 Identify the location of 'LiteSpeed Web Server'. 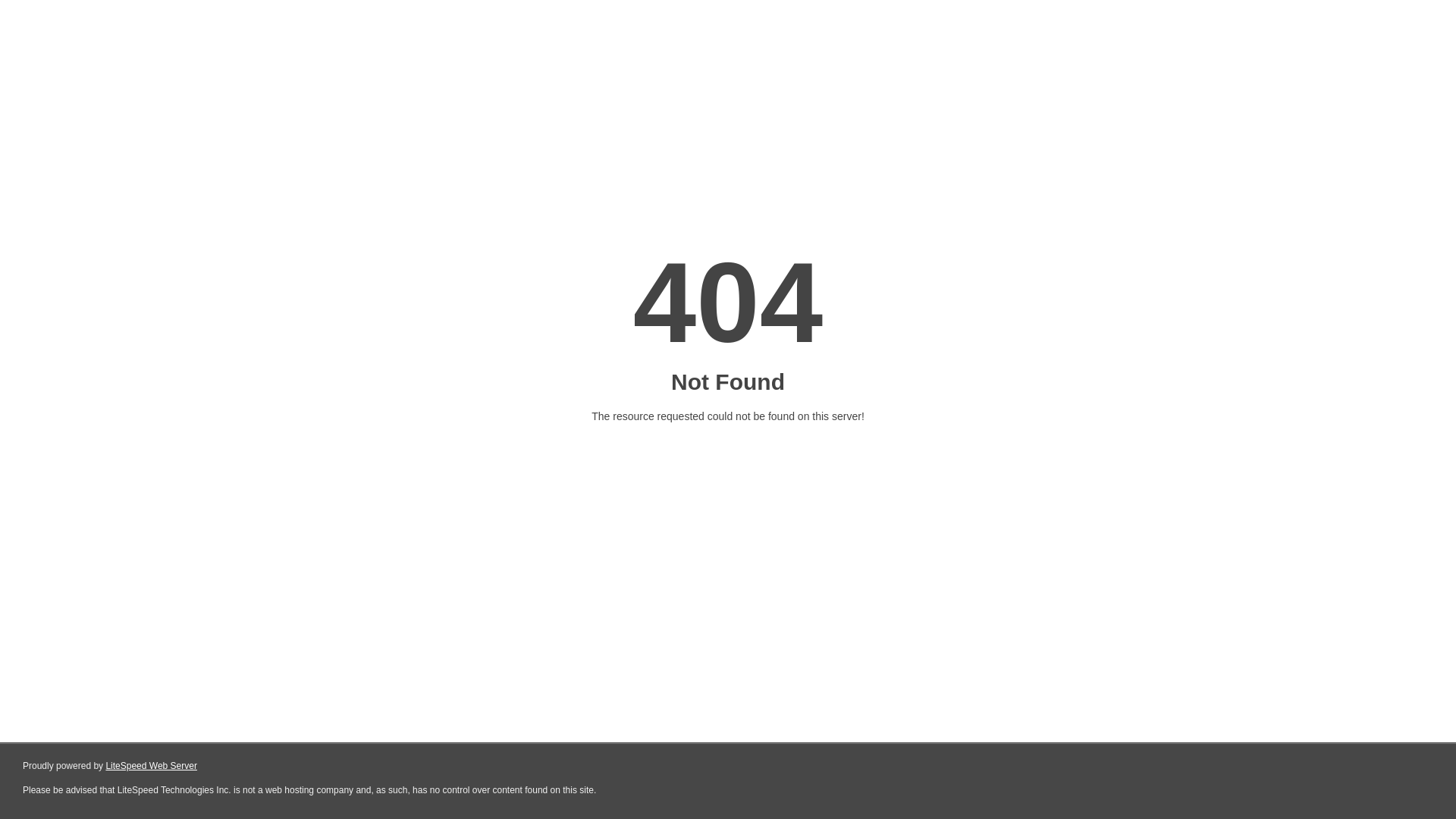
(151, 766).